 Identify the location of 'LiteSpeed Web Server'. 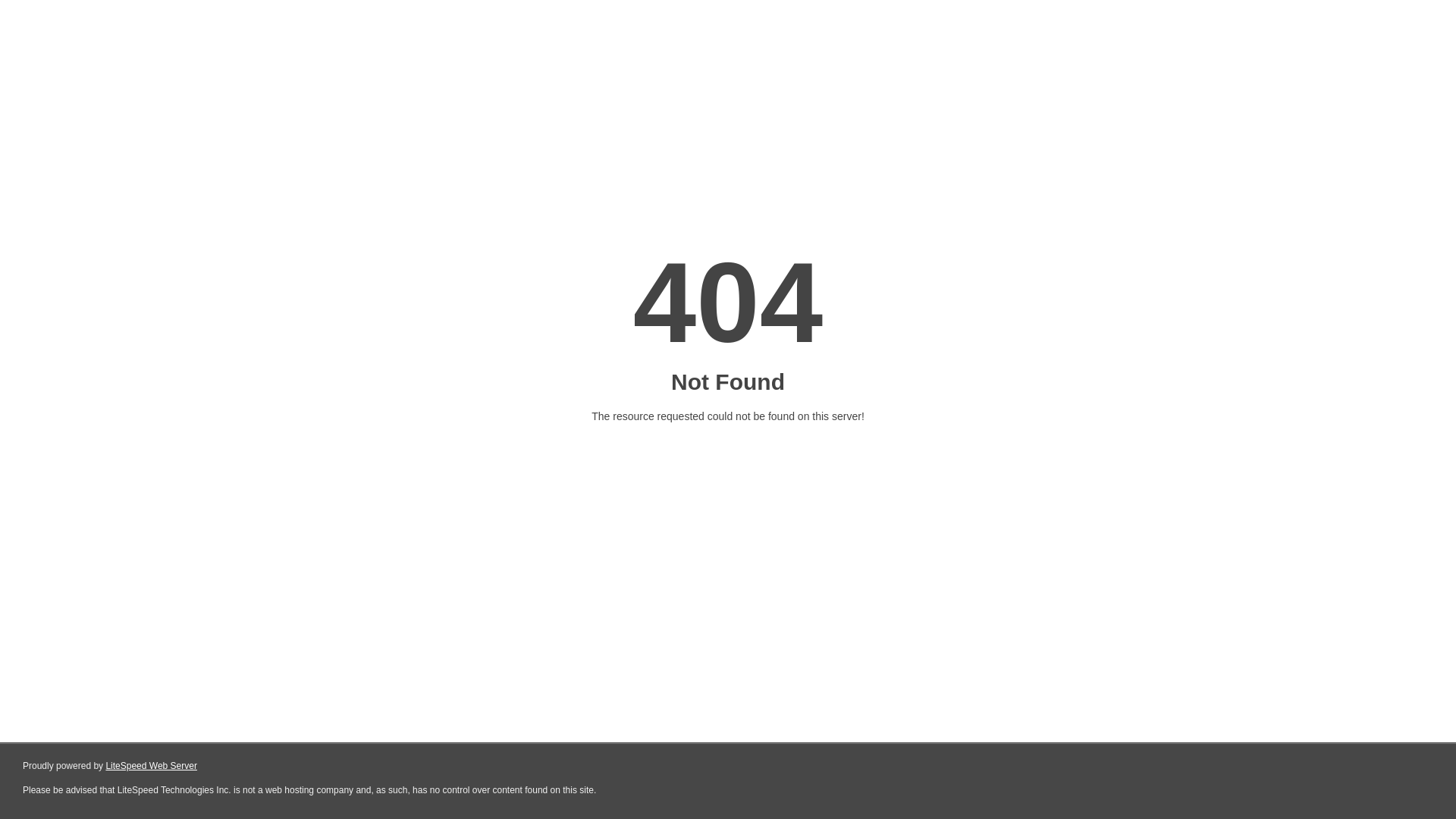
(151, 766).